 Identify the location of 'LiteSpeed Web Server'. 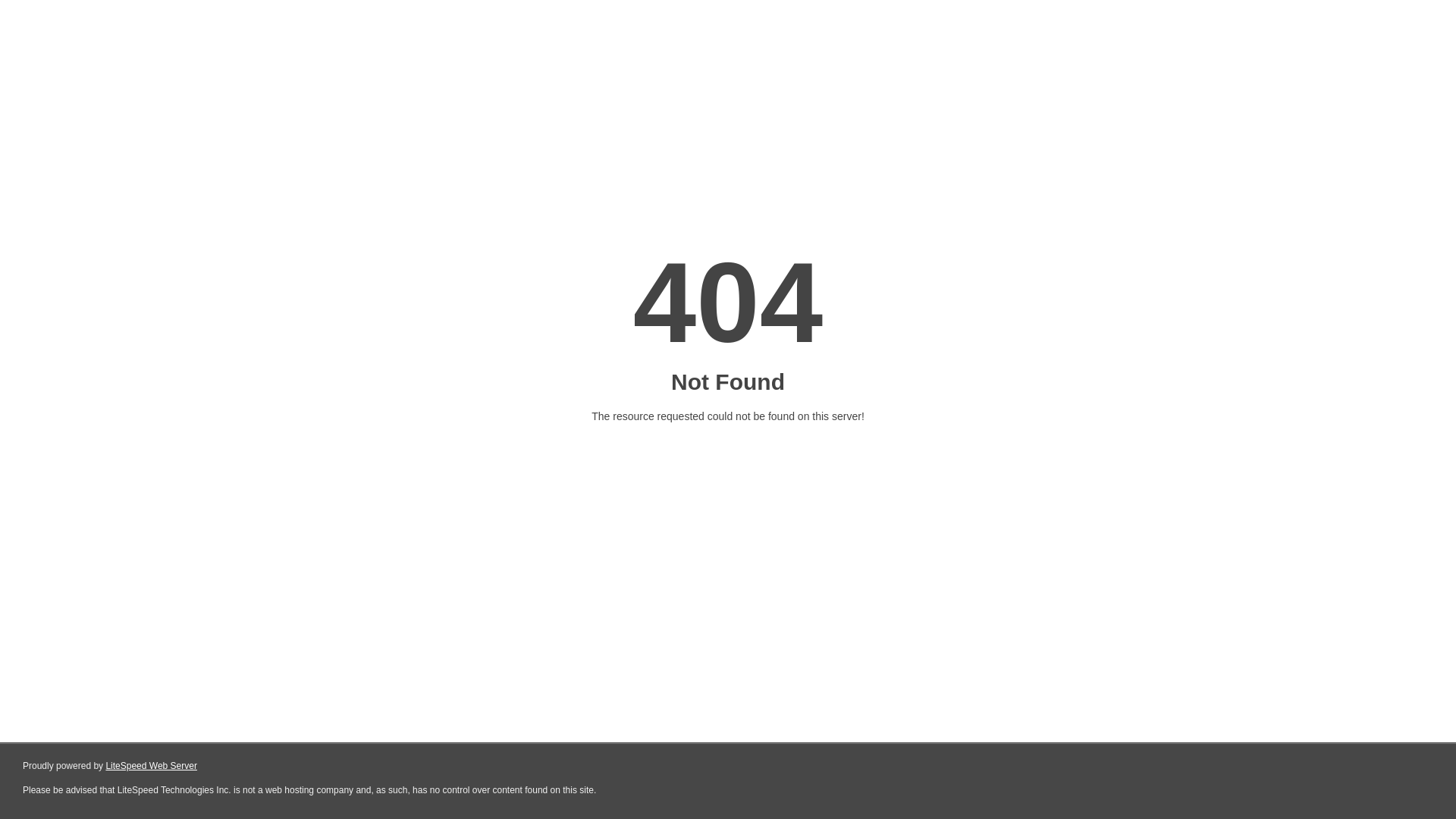
(151, 766).